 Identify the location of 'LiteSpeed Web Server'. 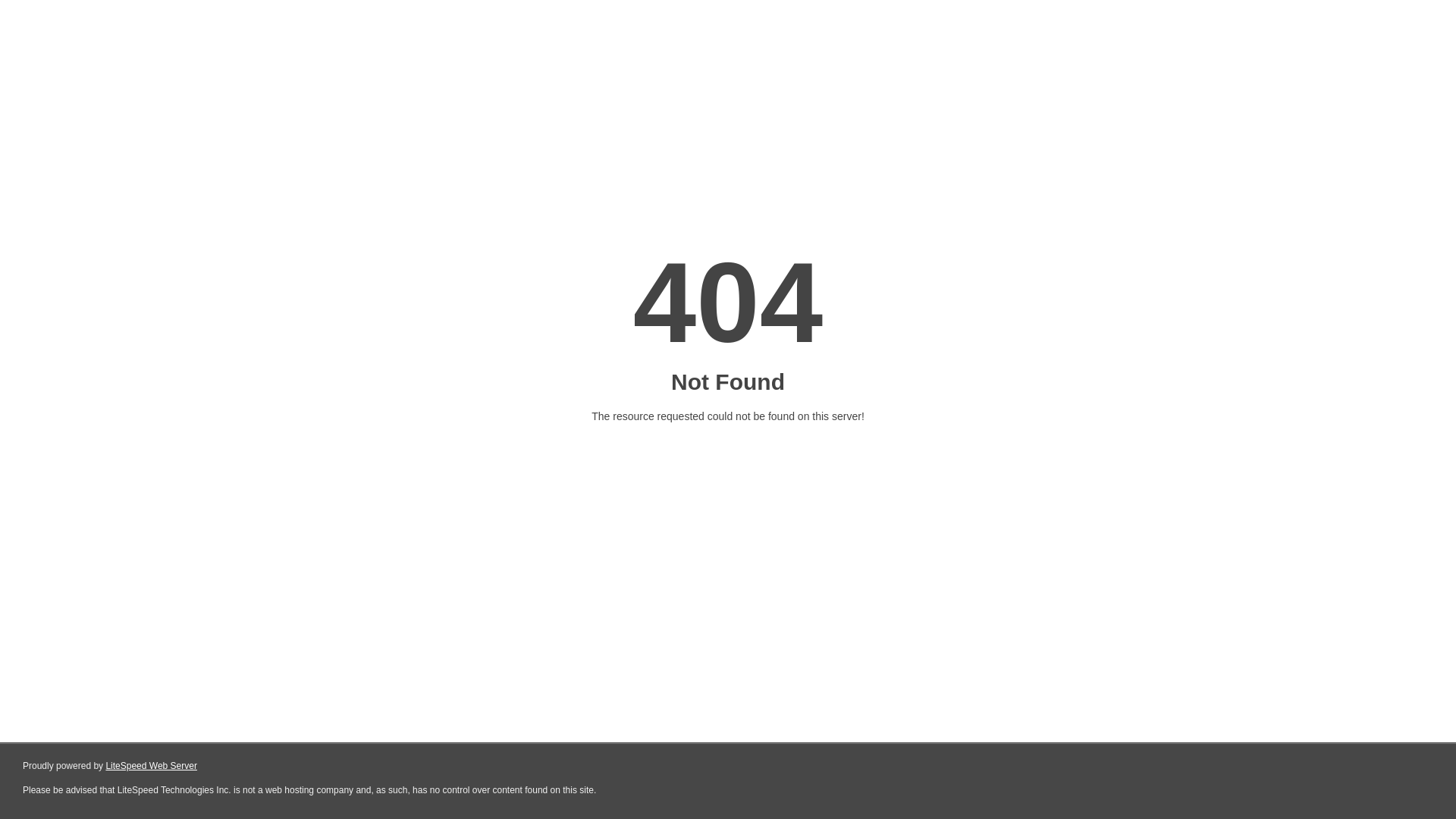
(151, 766).